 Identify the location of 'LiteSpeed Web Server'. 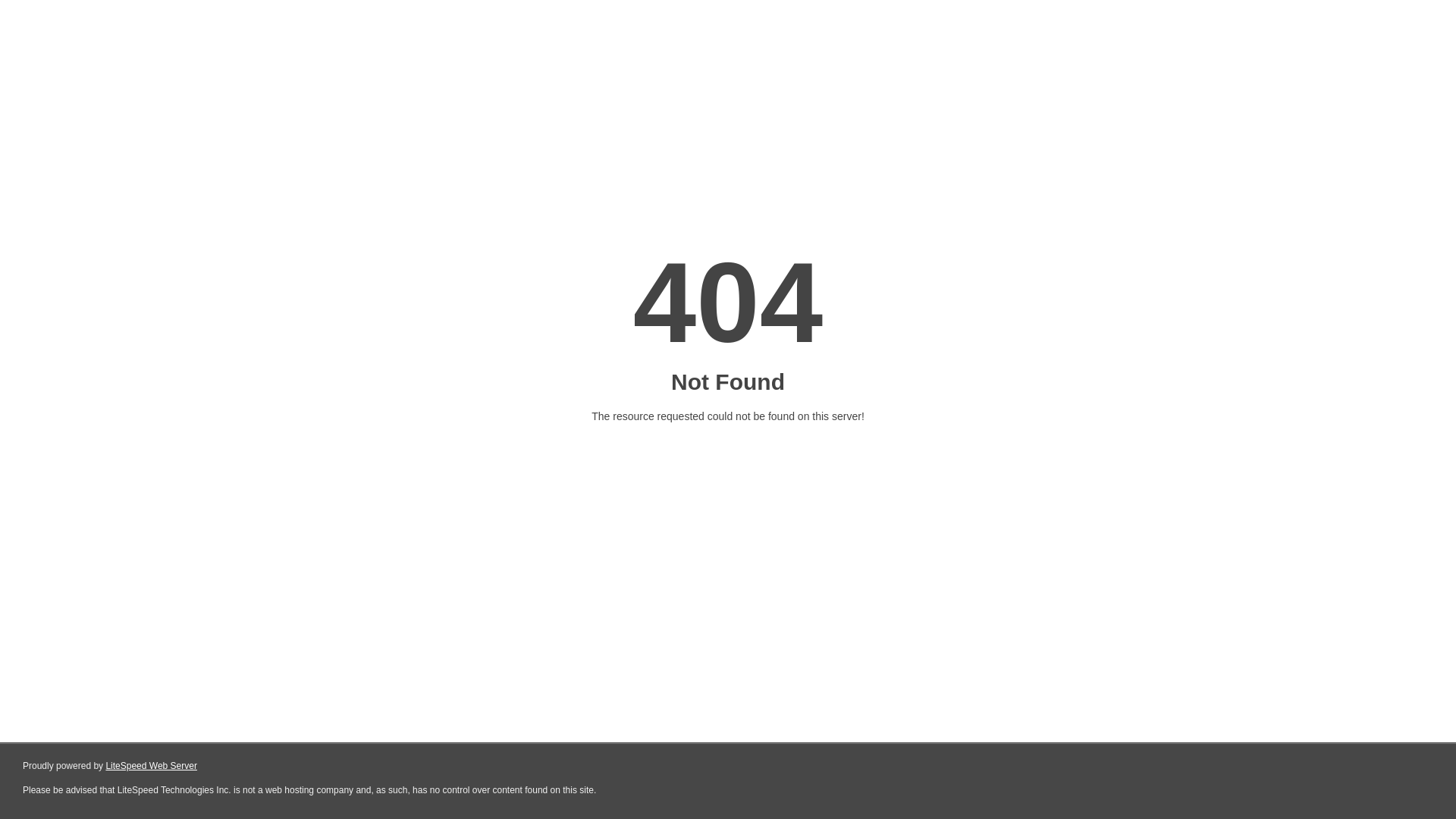
(151, 766).